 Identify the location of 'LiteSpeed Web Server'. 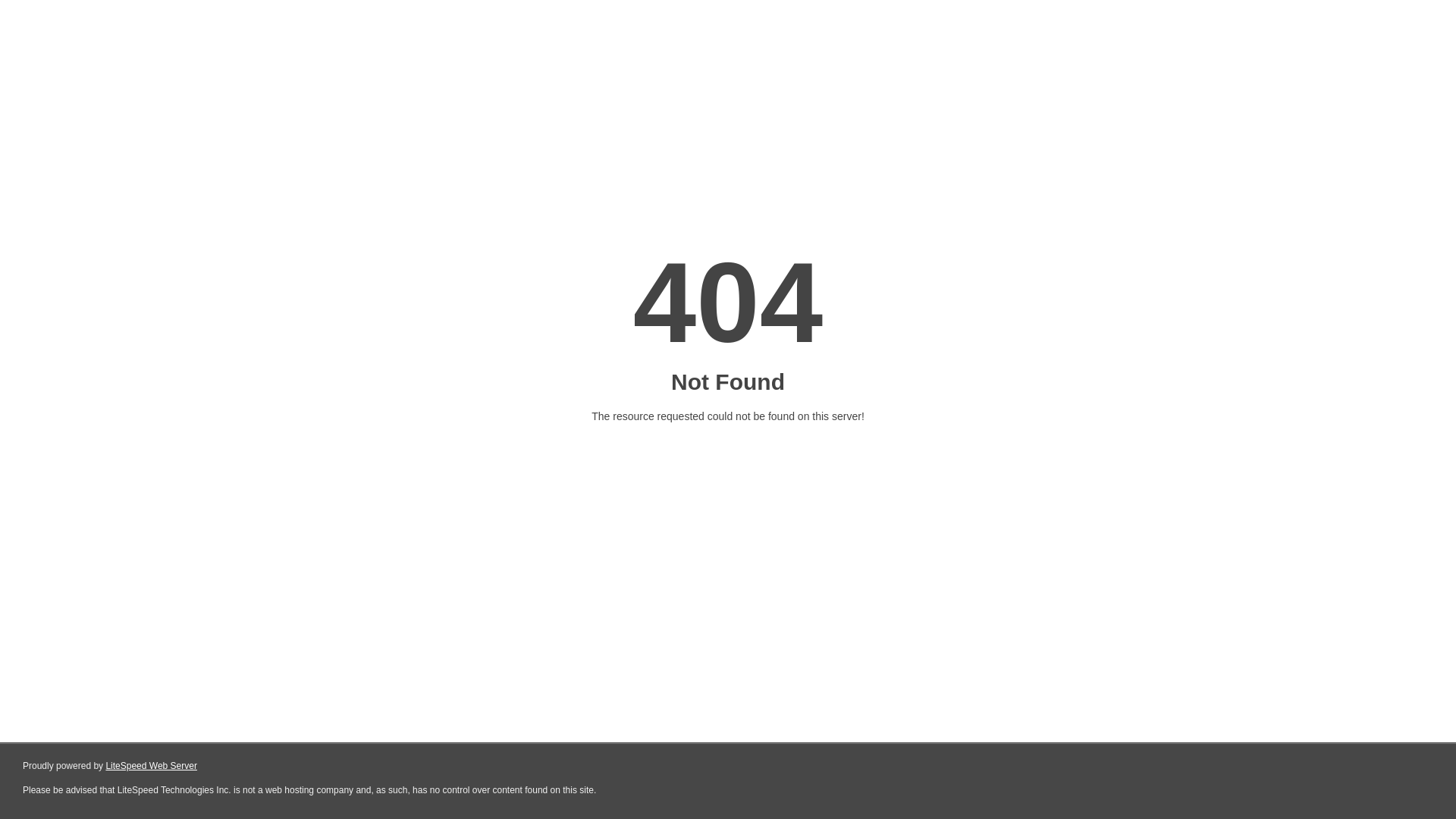
(151, 766).